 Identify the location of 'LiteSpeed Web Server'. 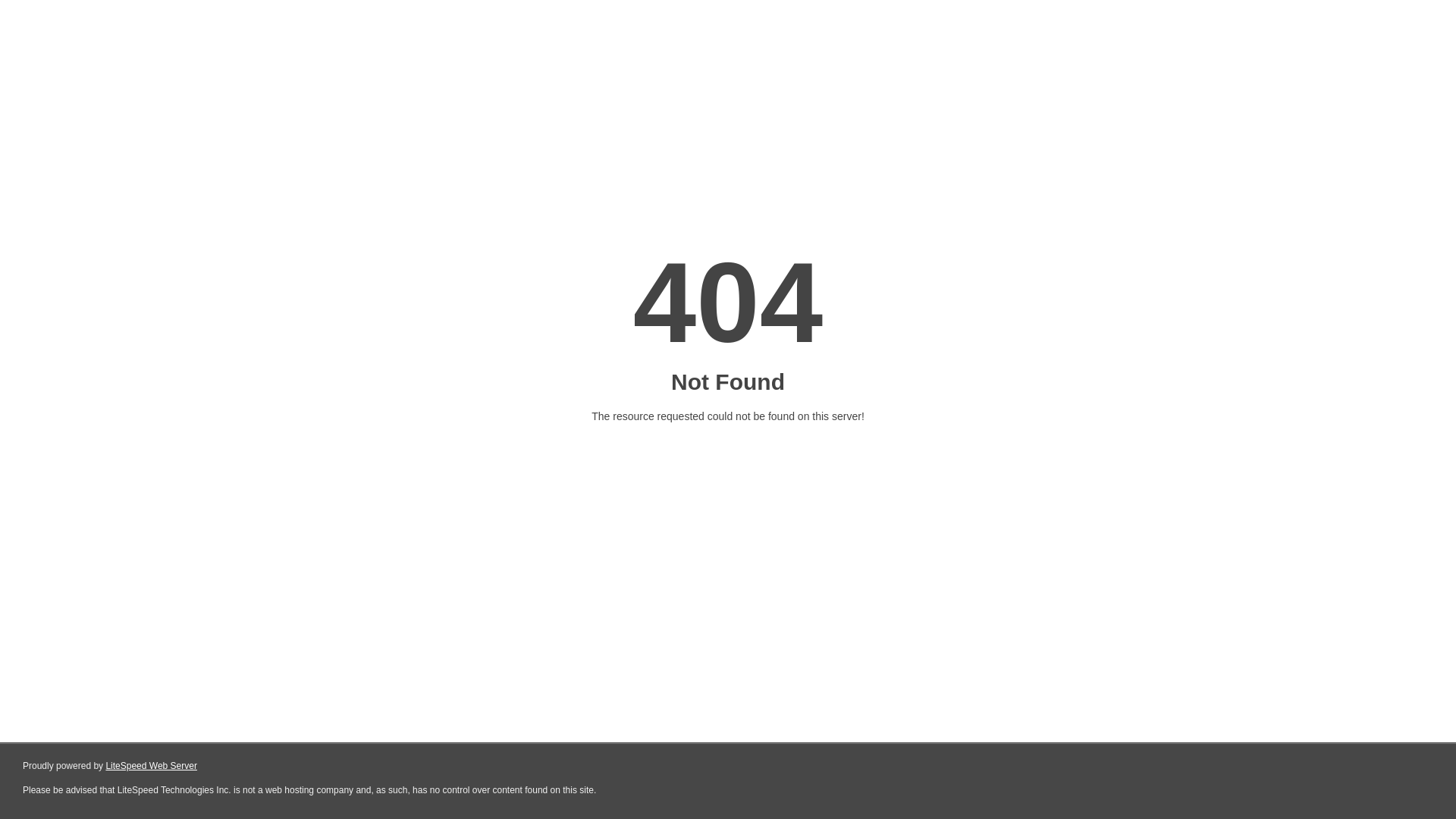
(151, 766).